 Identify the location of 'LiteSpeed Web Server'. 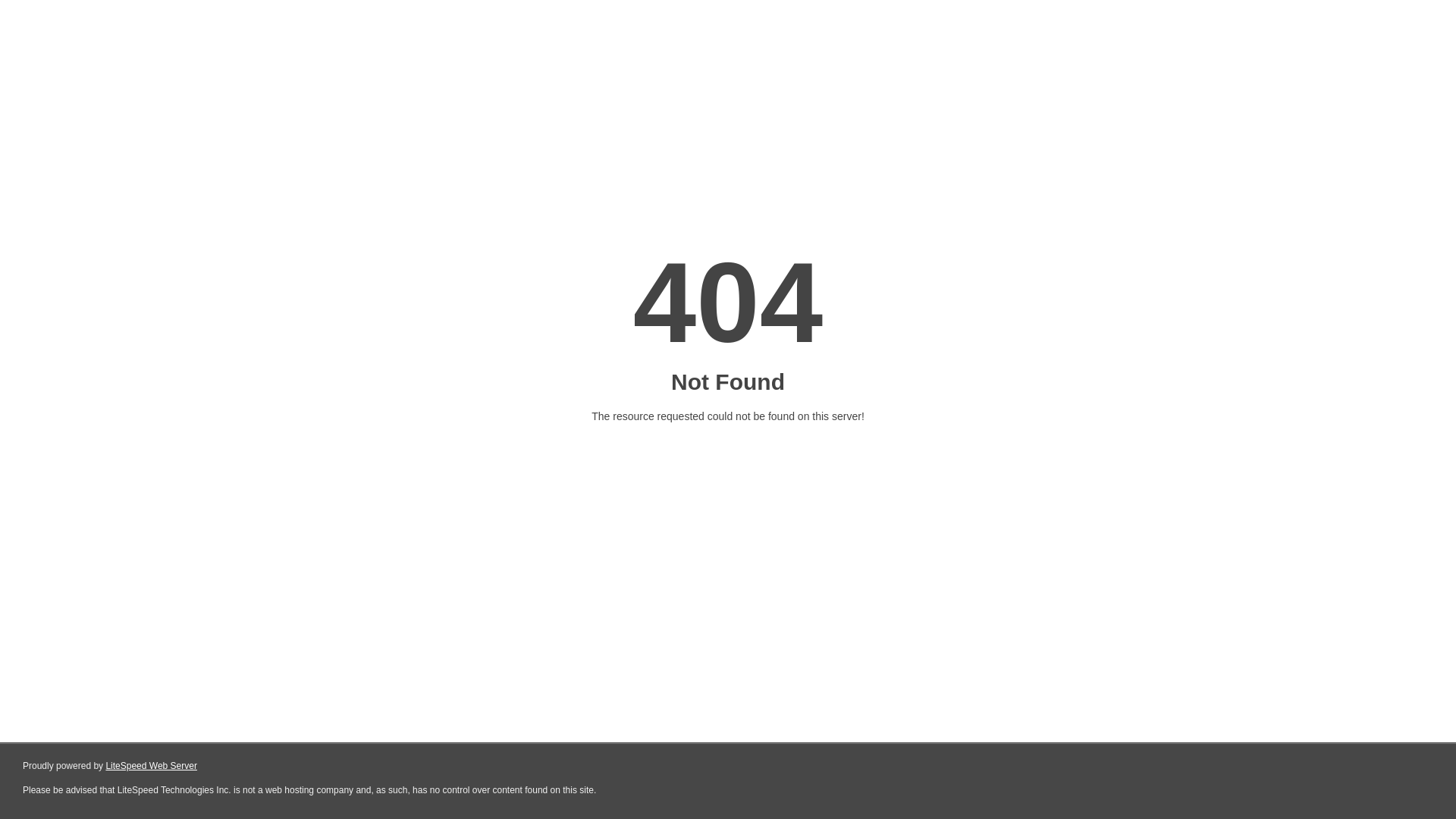
(151, 766).